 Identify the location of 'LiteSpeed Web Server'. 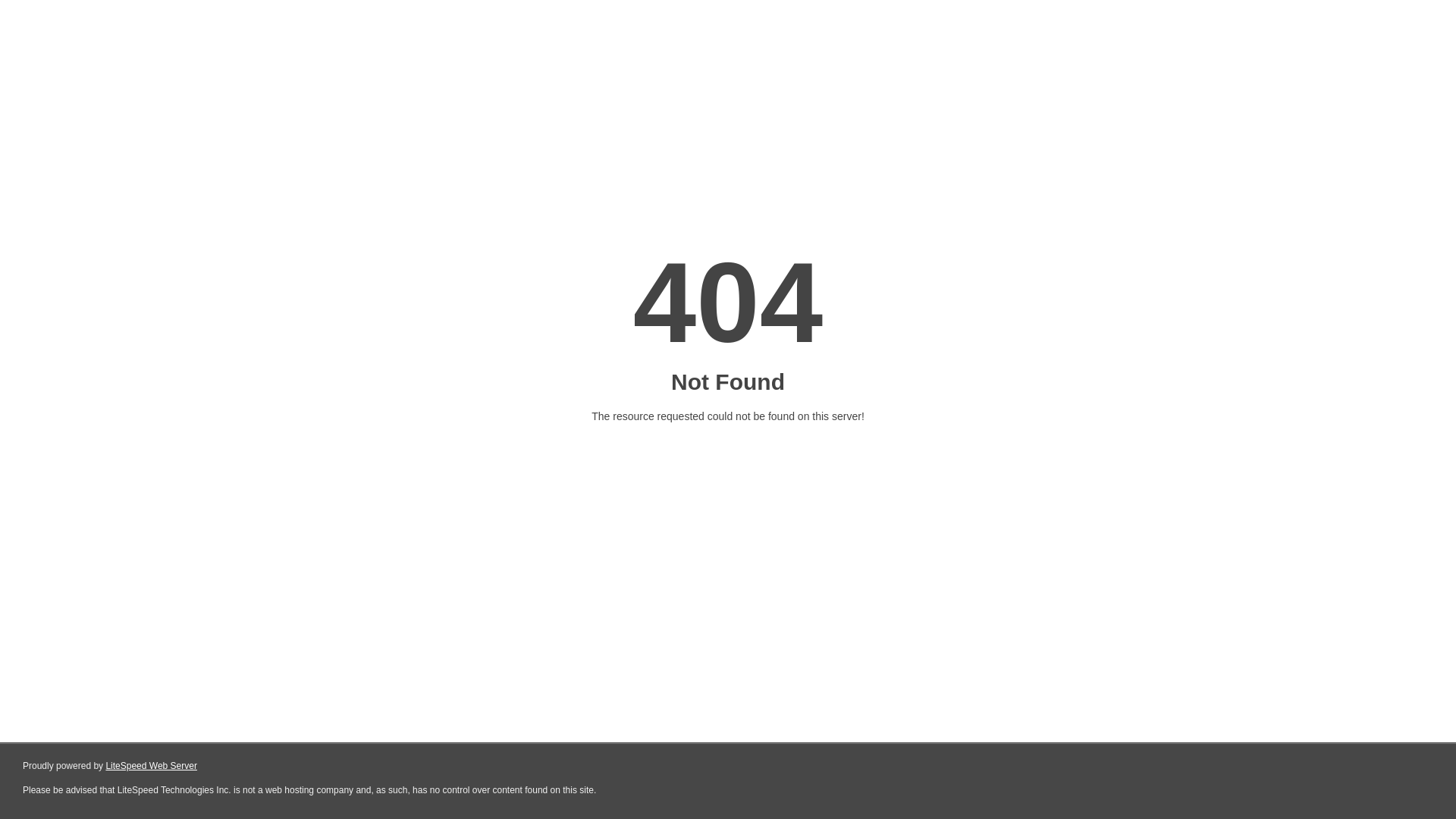
(151, 766).